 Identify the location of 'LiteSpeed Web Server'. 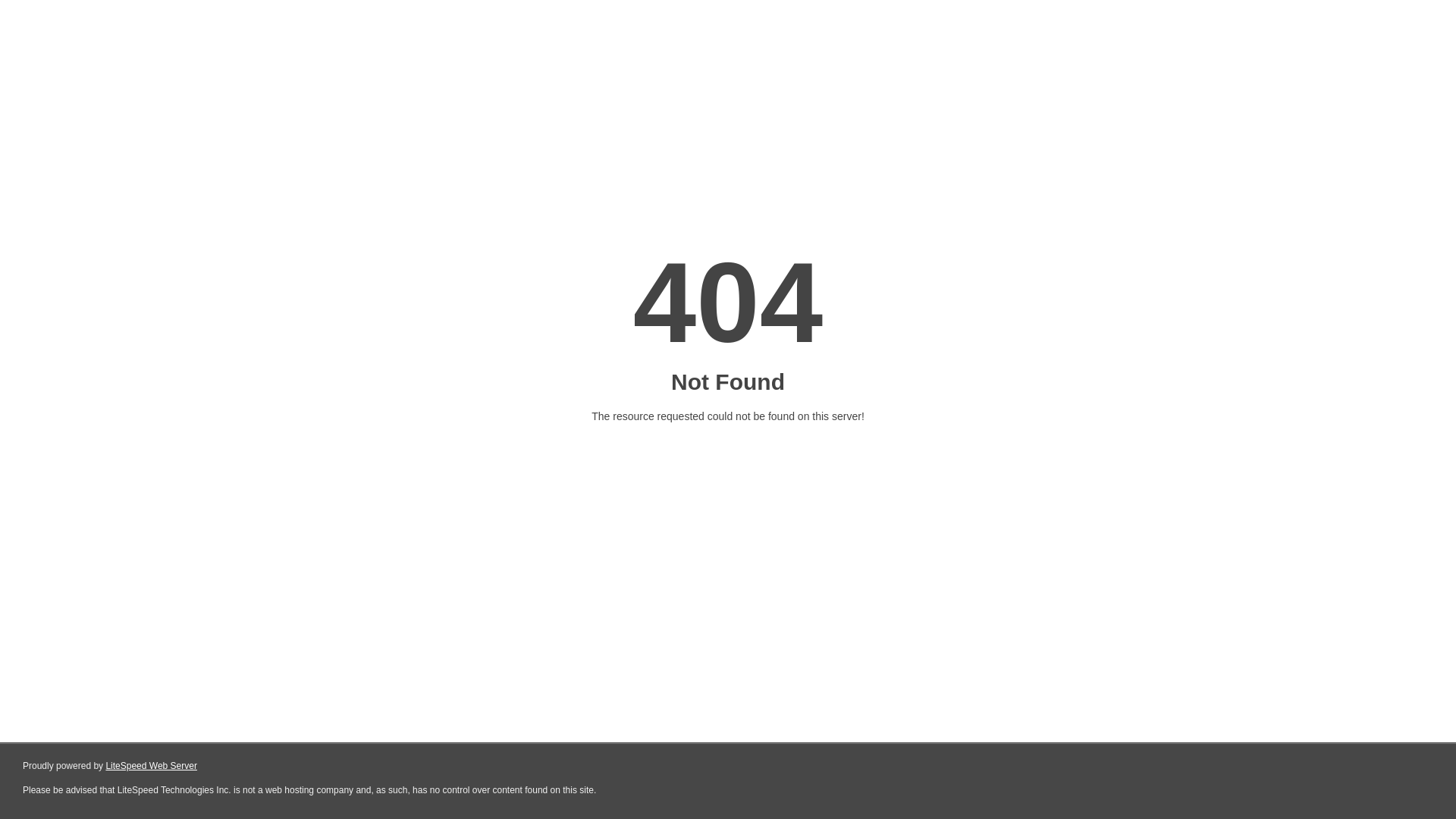
(151, 766).